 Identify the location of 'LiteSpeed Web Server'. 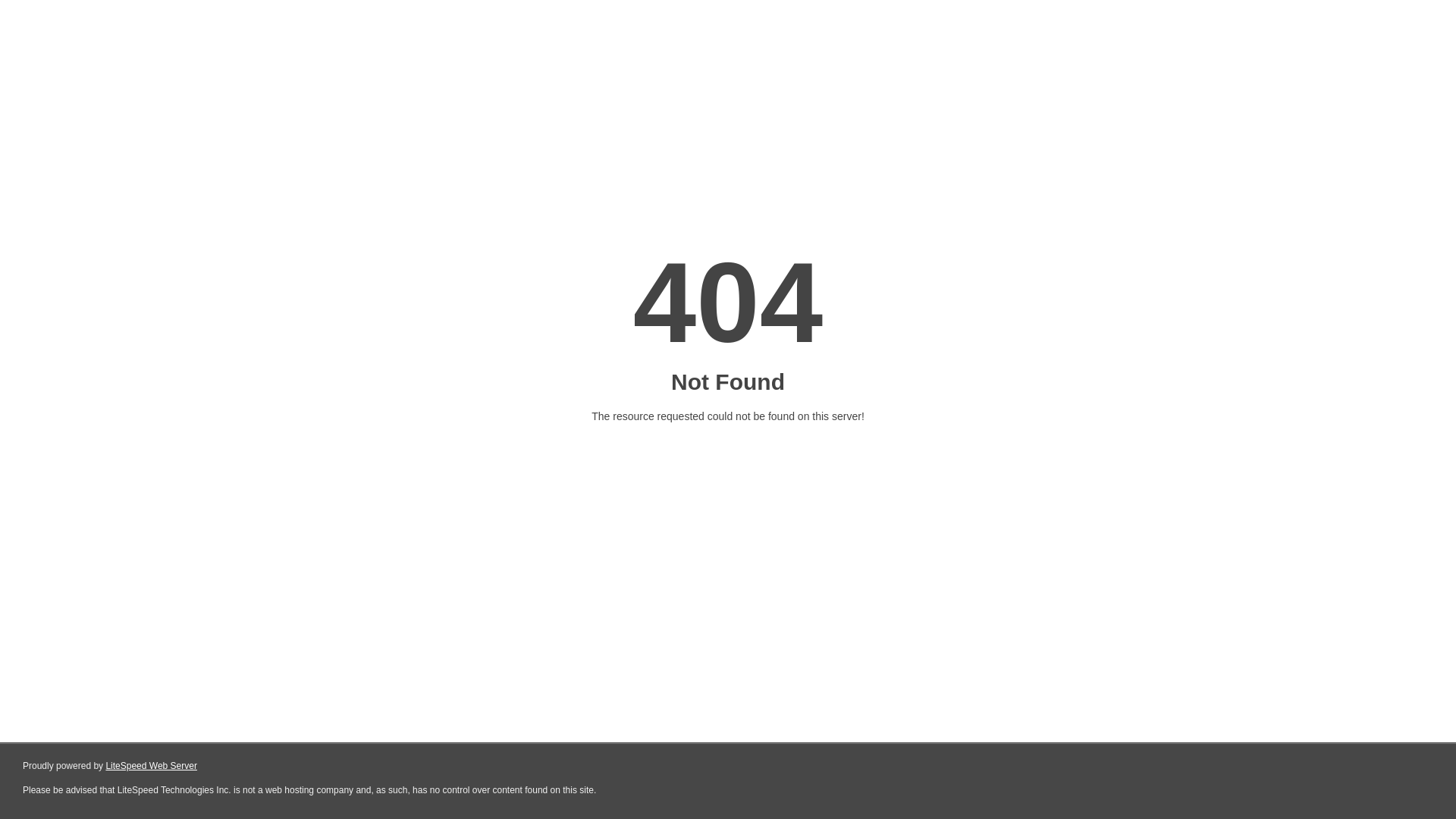
(151, 766).